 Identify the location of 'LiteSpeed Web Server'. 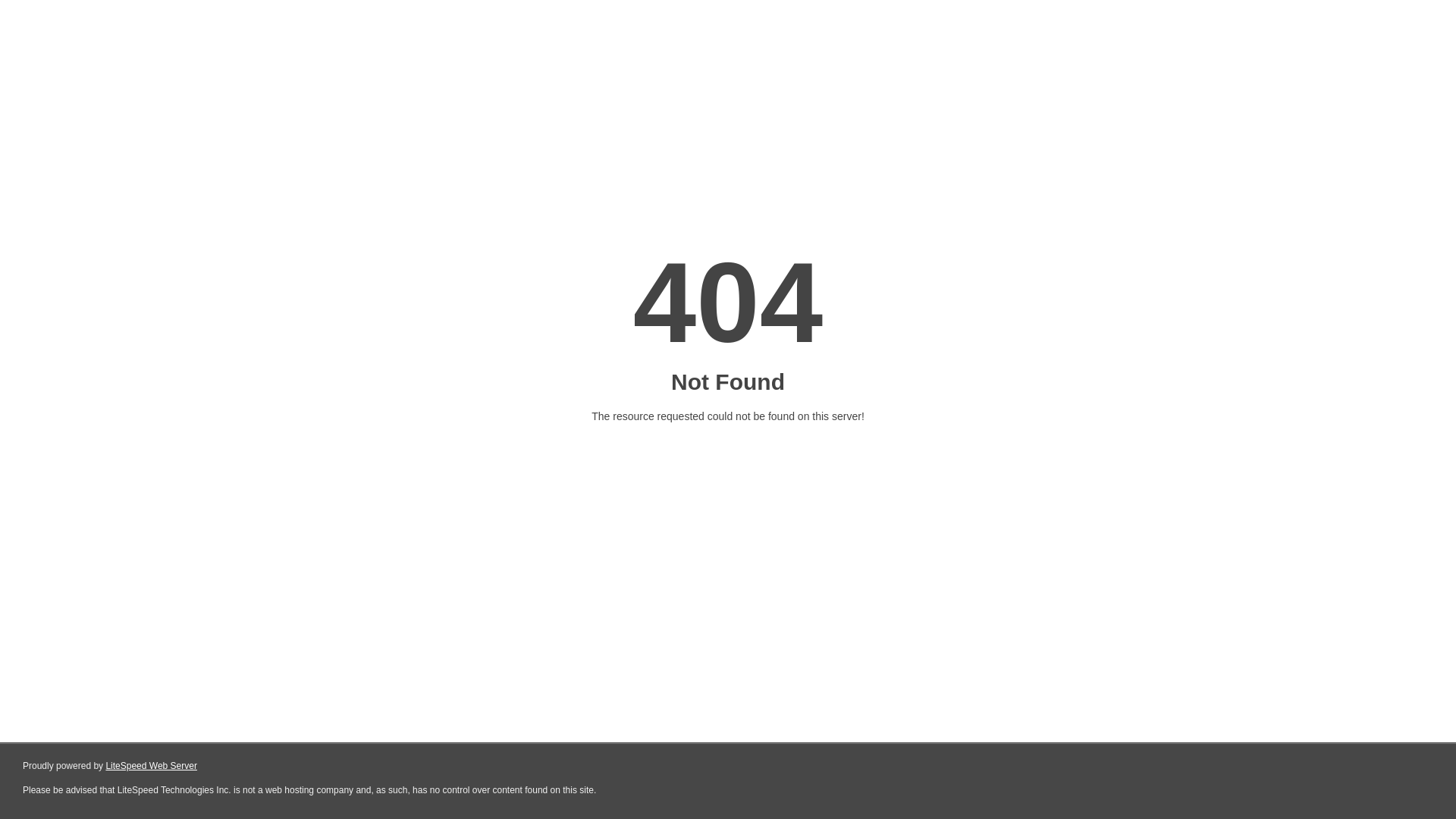
(151, 766).